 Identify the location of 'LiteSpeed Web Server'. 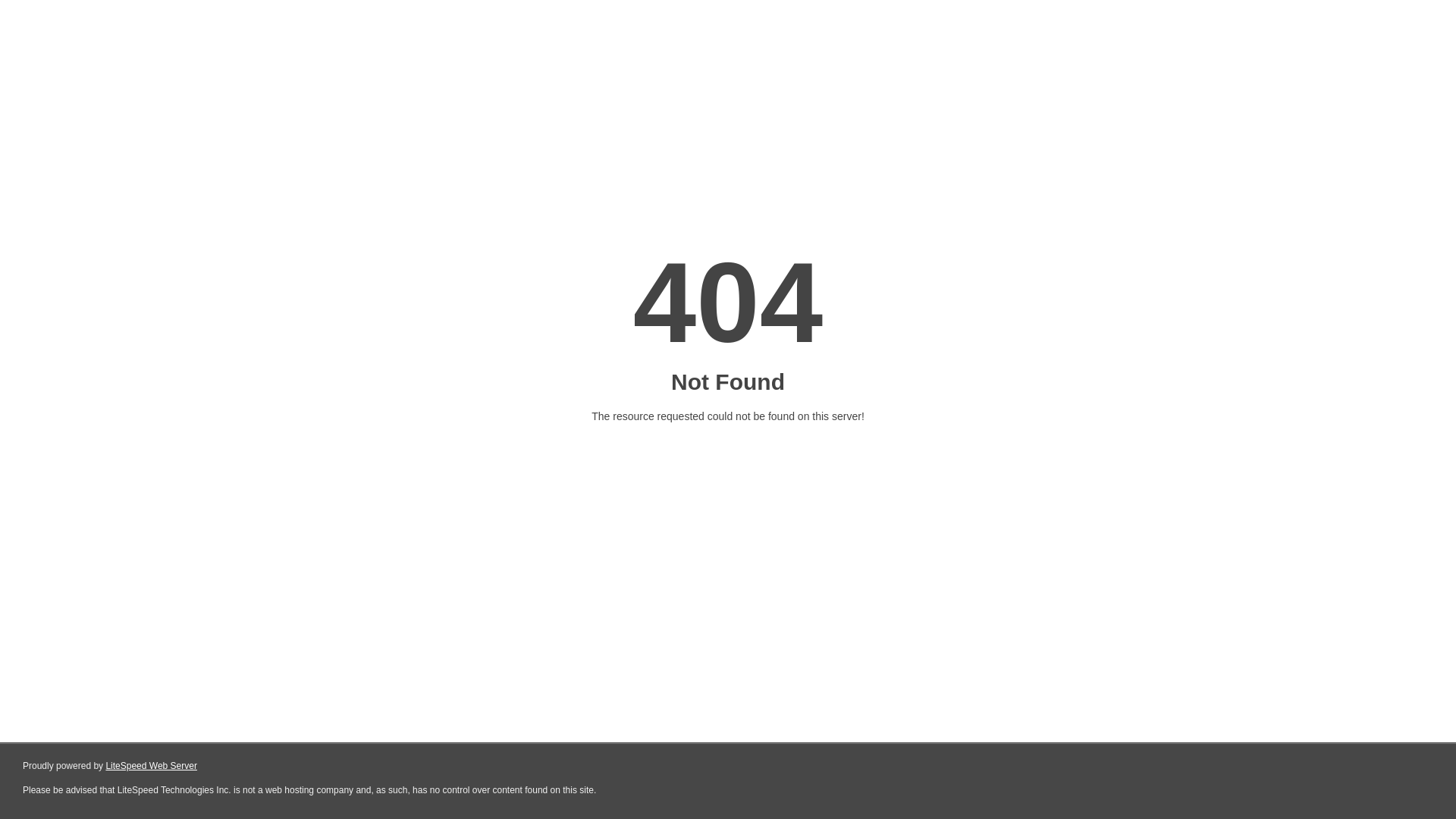
(151, 766).